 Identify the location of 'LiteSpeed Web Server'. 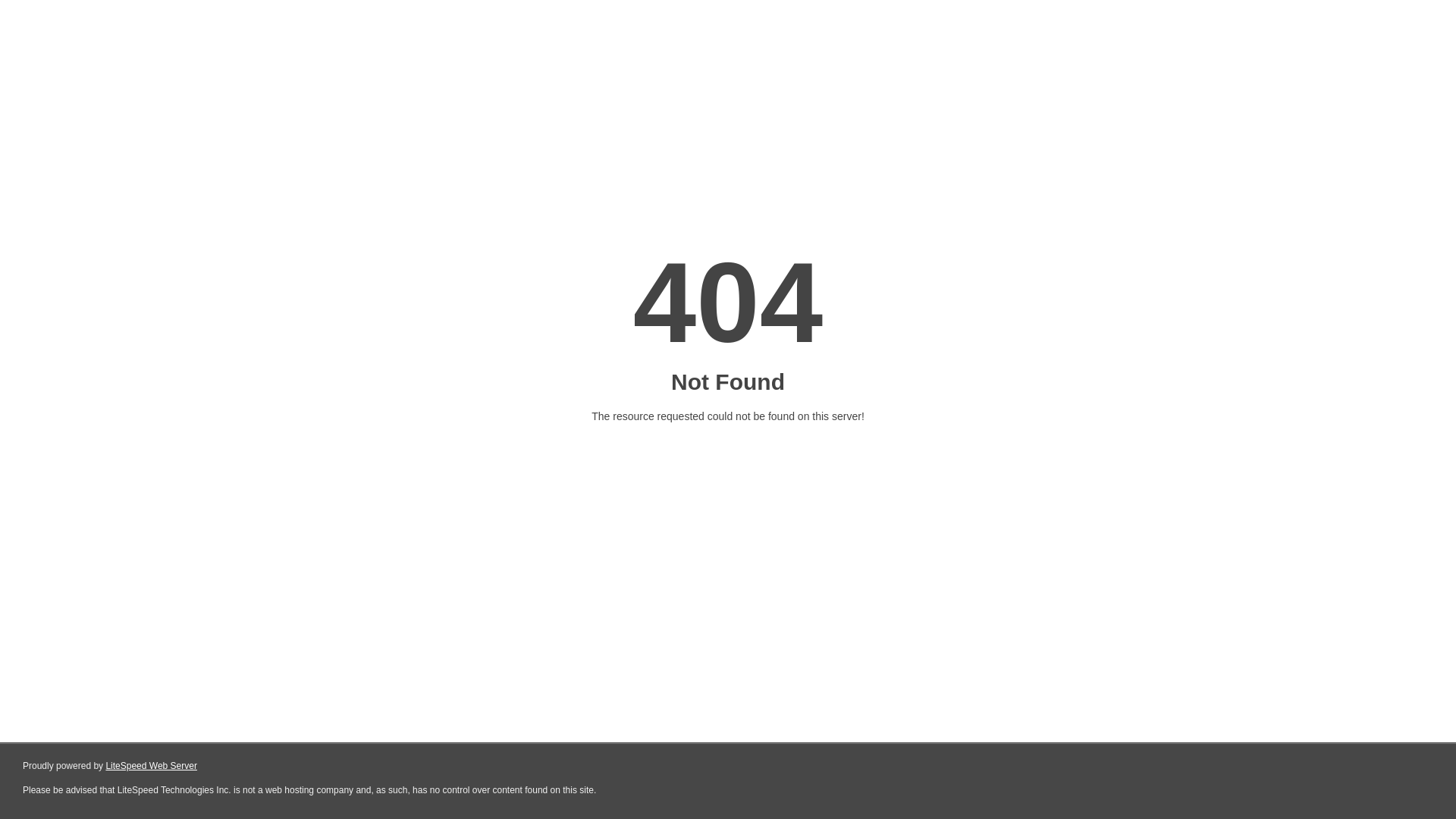
(151, 766).